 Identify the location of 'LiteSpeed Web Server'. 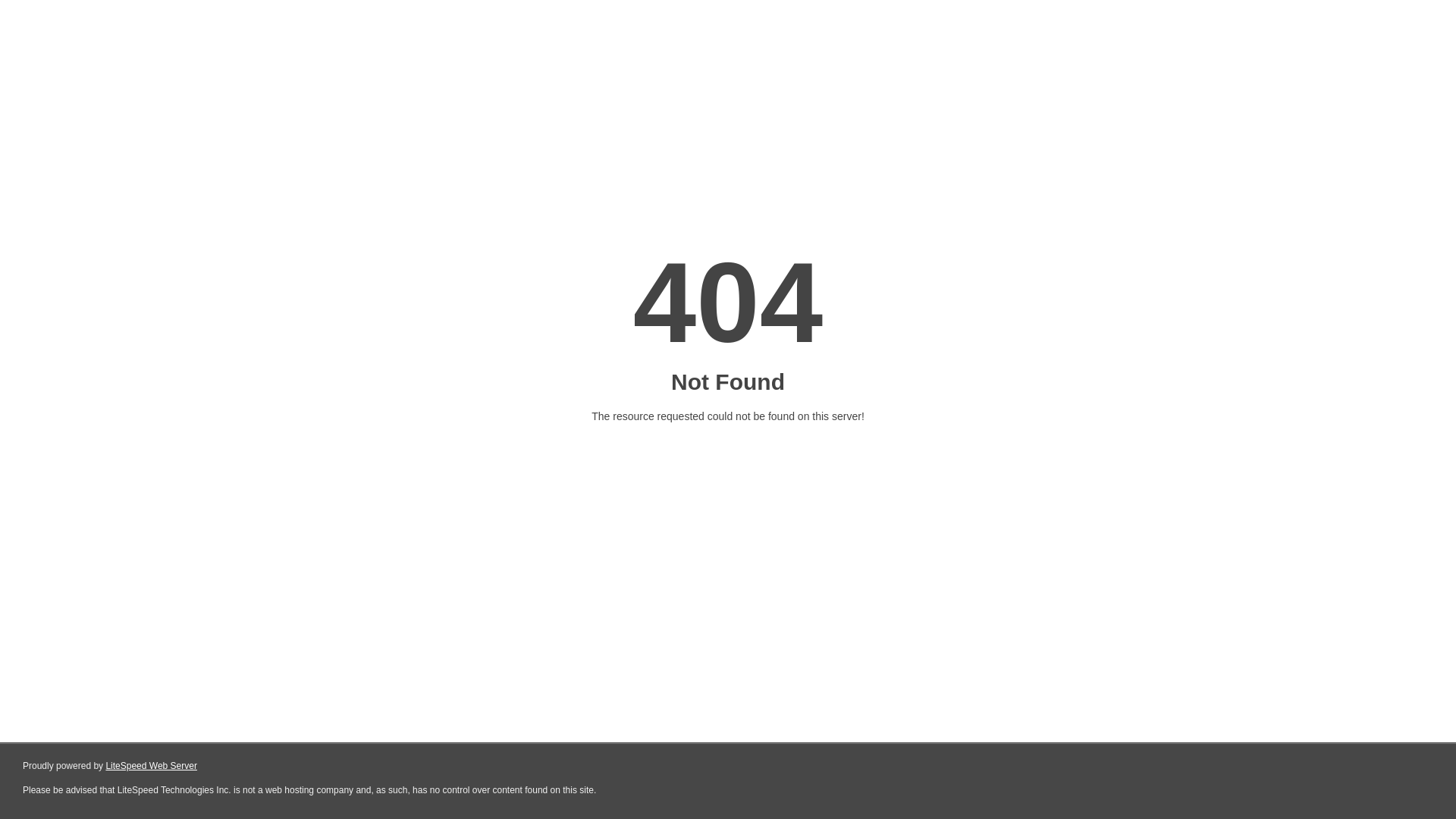
(151, 766).